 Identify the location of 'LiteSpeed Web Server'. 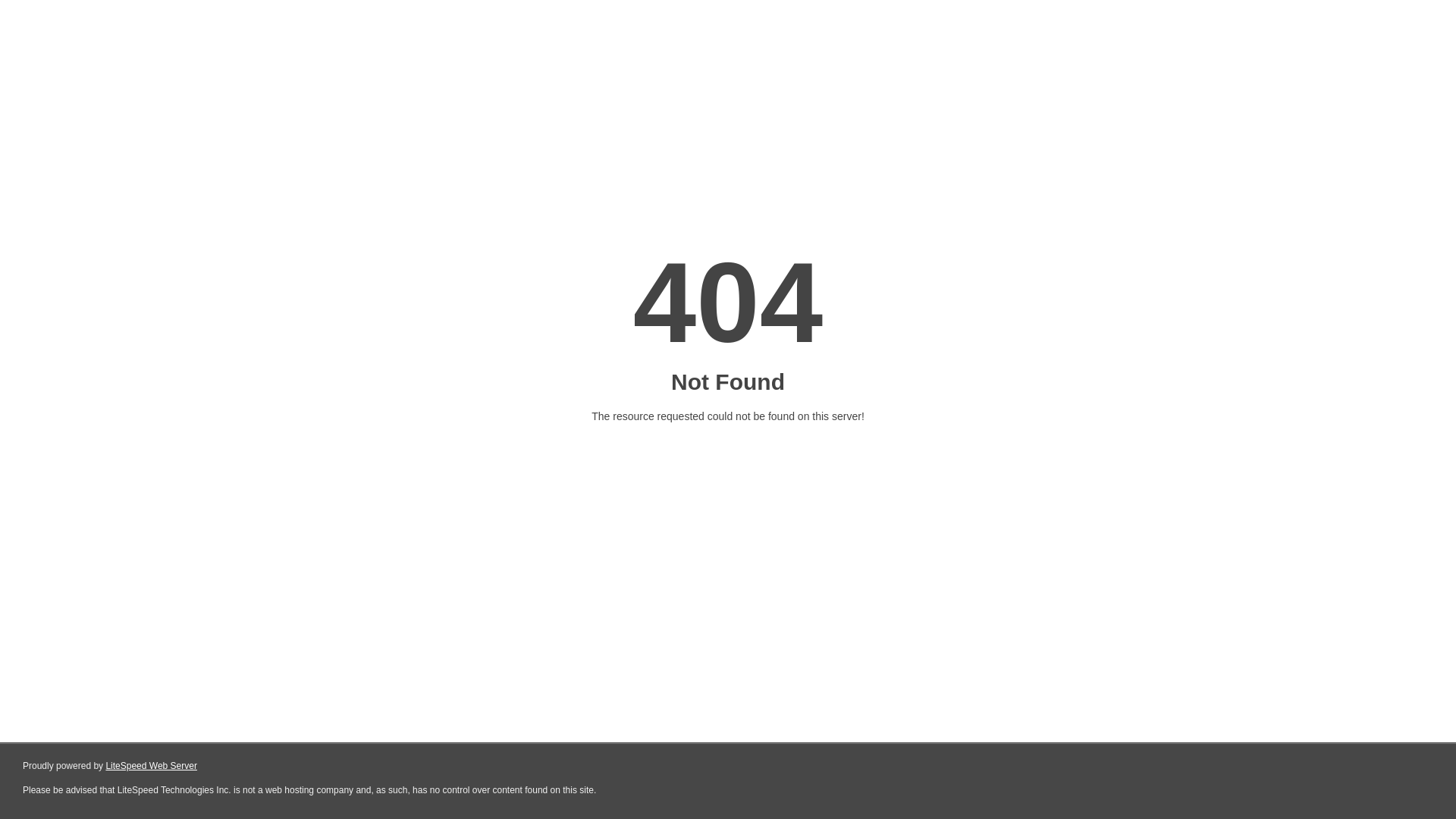
(151, 766).